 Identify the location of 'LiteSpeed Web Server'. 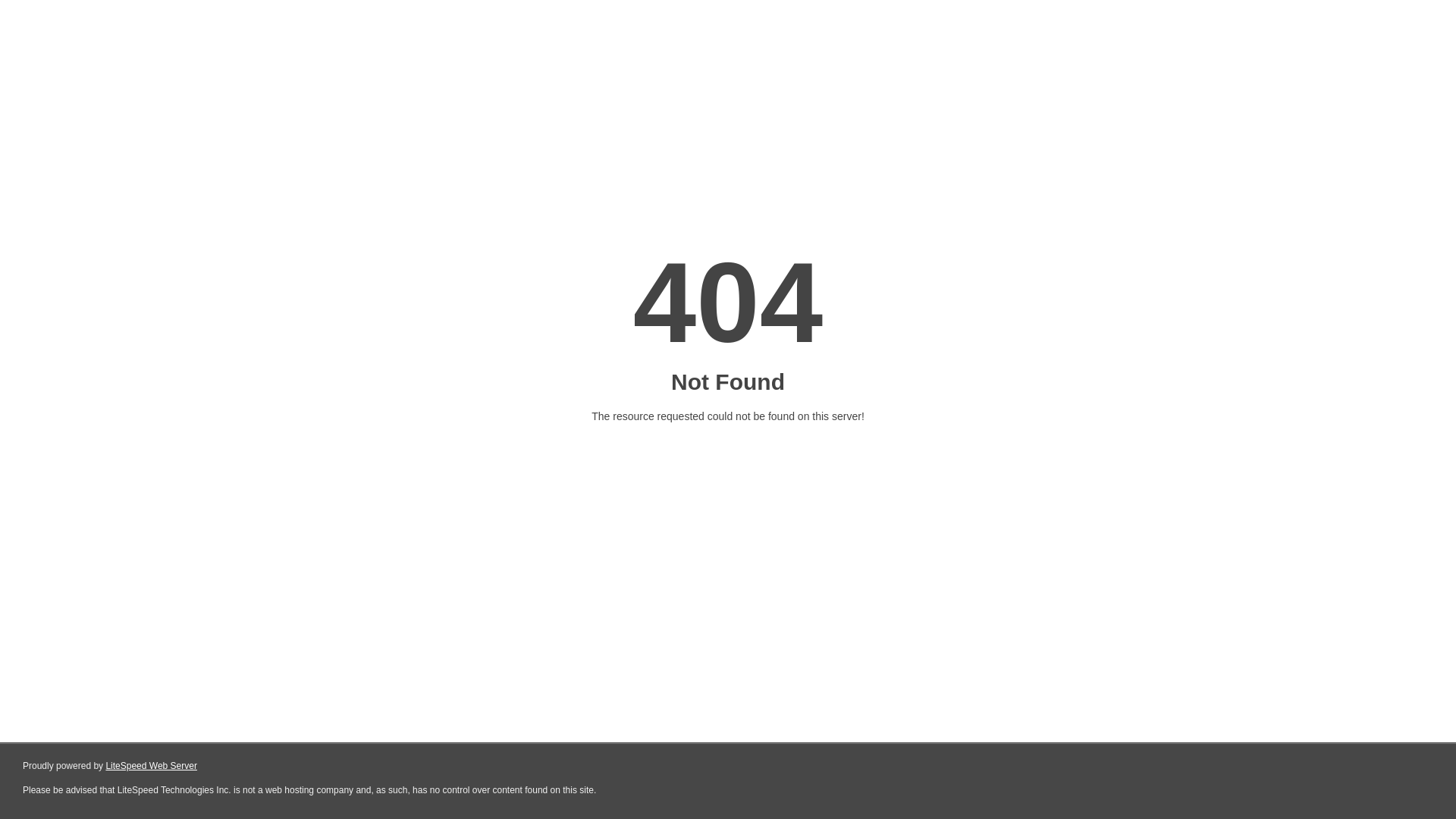
(151, 766).